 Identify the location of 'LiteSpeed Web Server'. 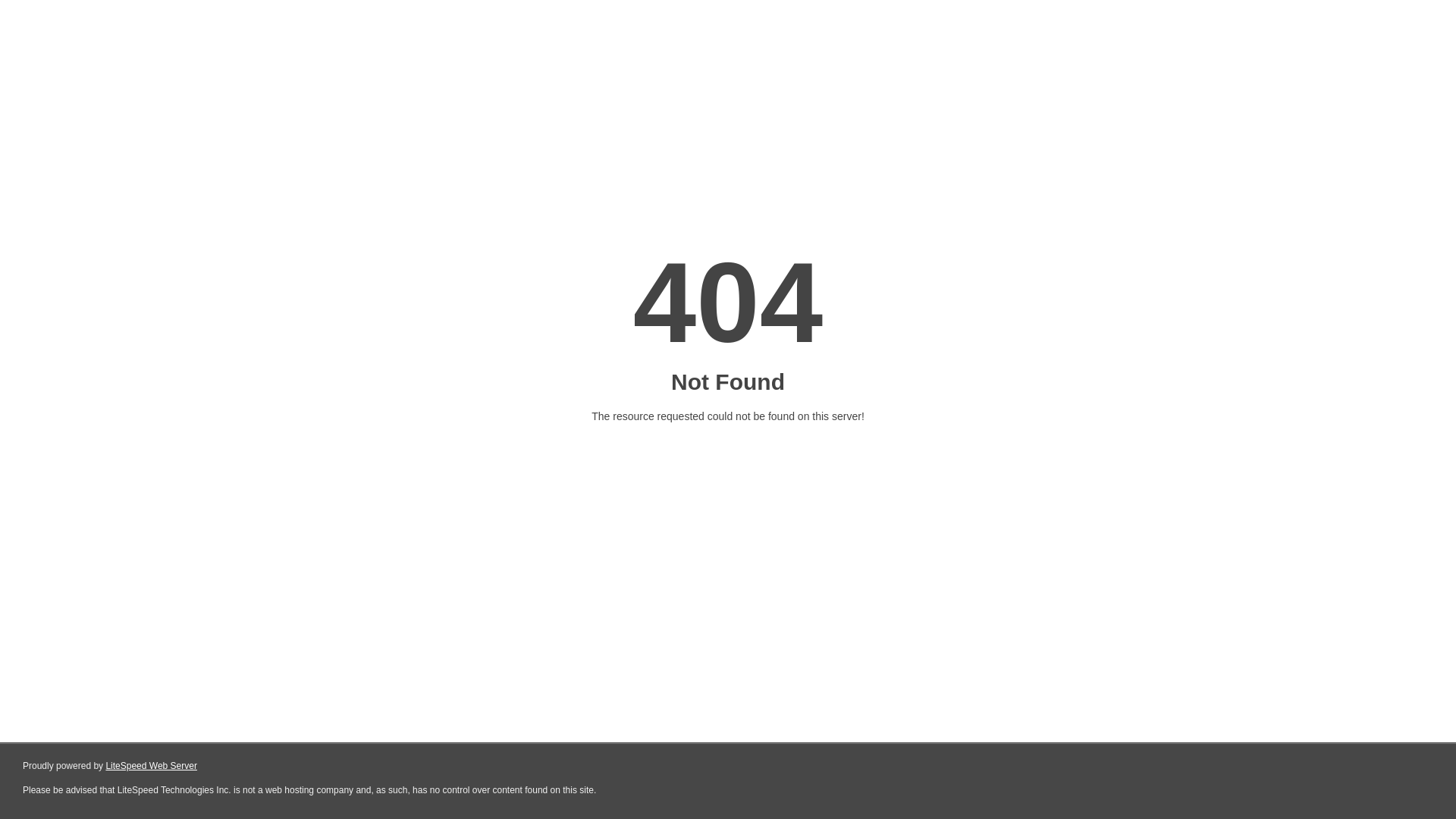
(151, 766).